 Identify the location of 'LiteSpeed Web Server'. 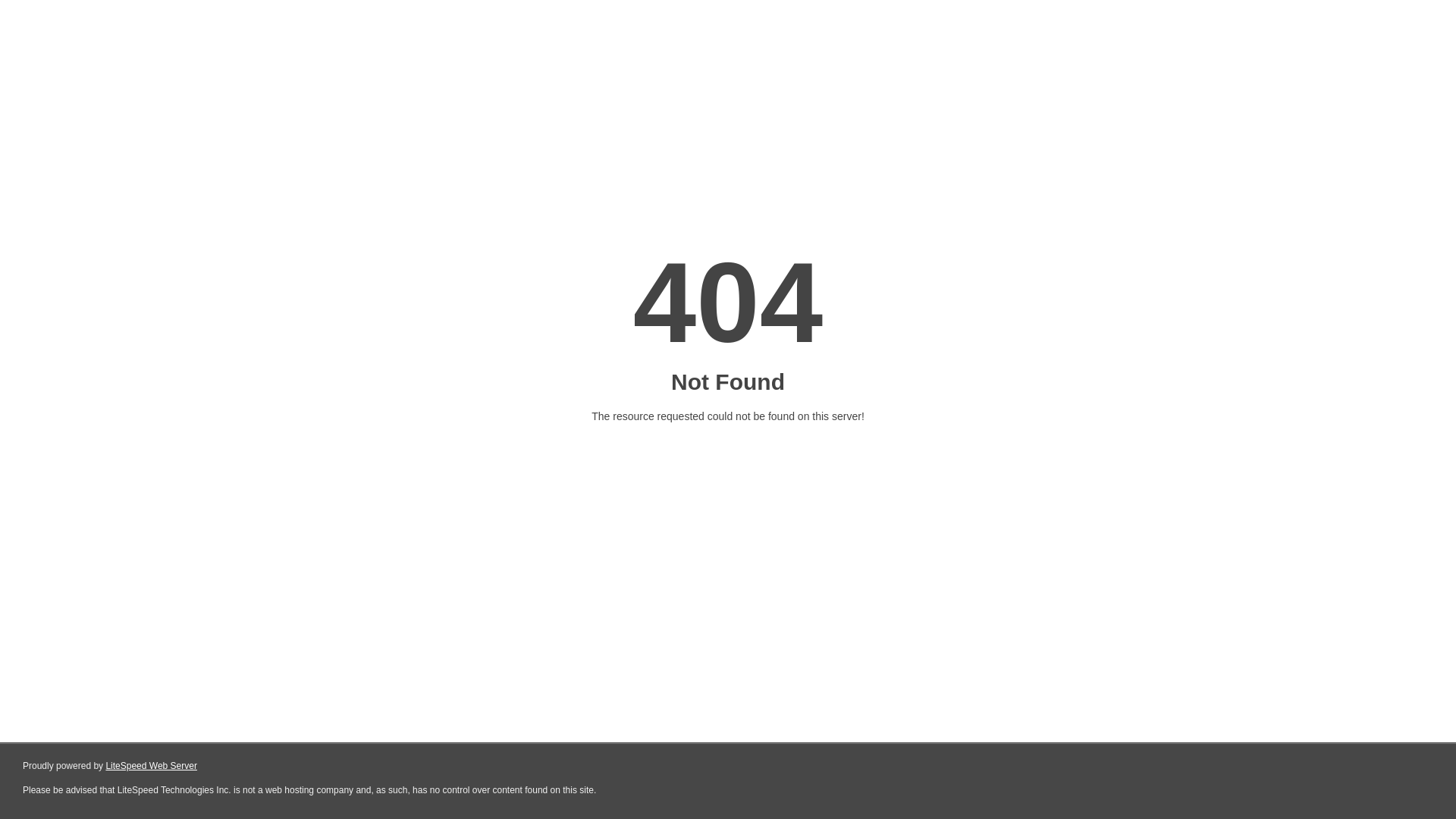
(151, 766).